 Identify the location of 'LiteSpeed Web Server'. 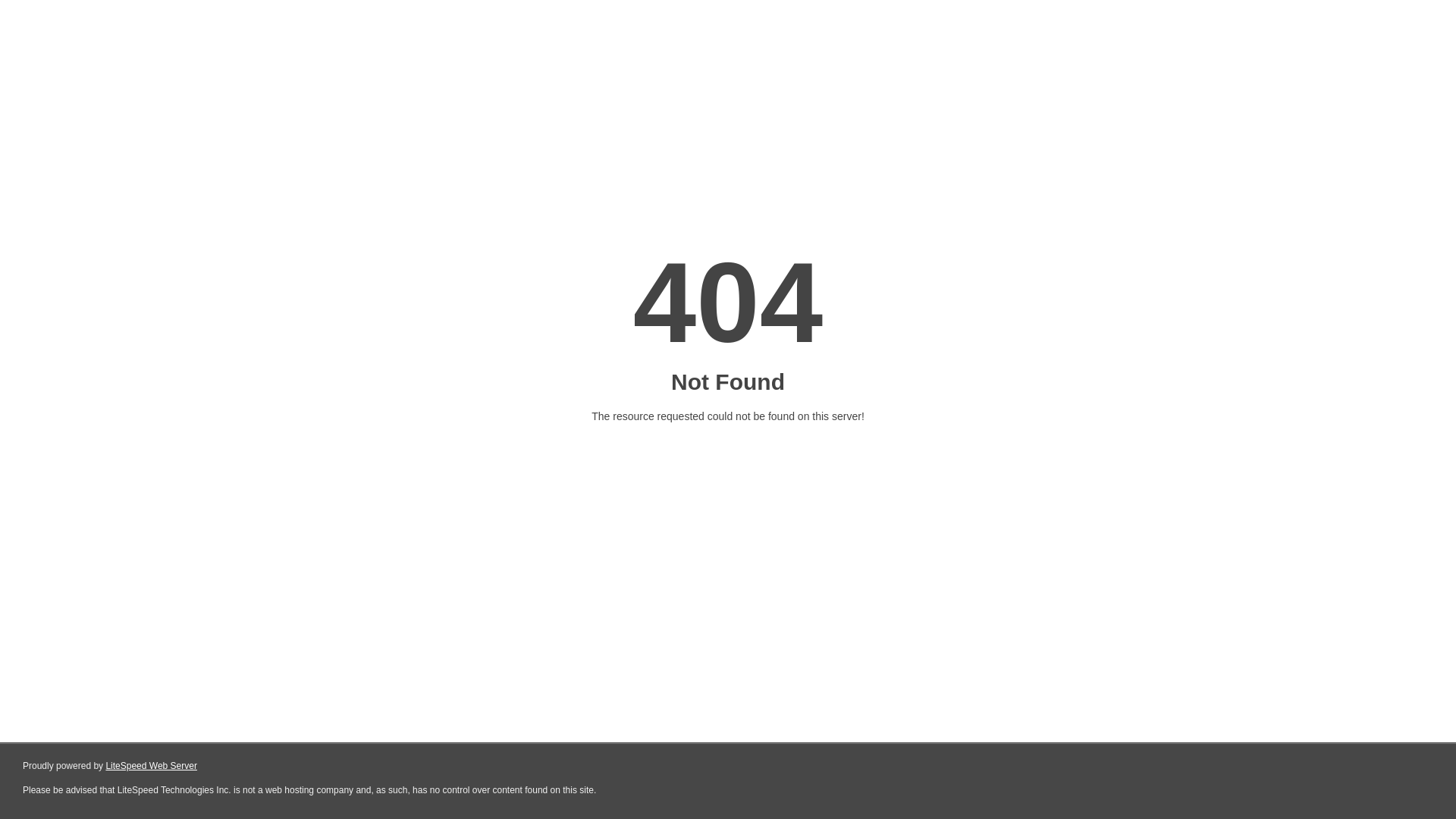
(151, 766).